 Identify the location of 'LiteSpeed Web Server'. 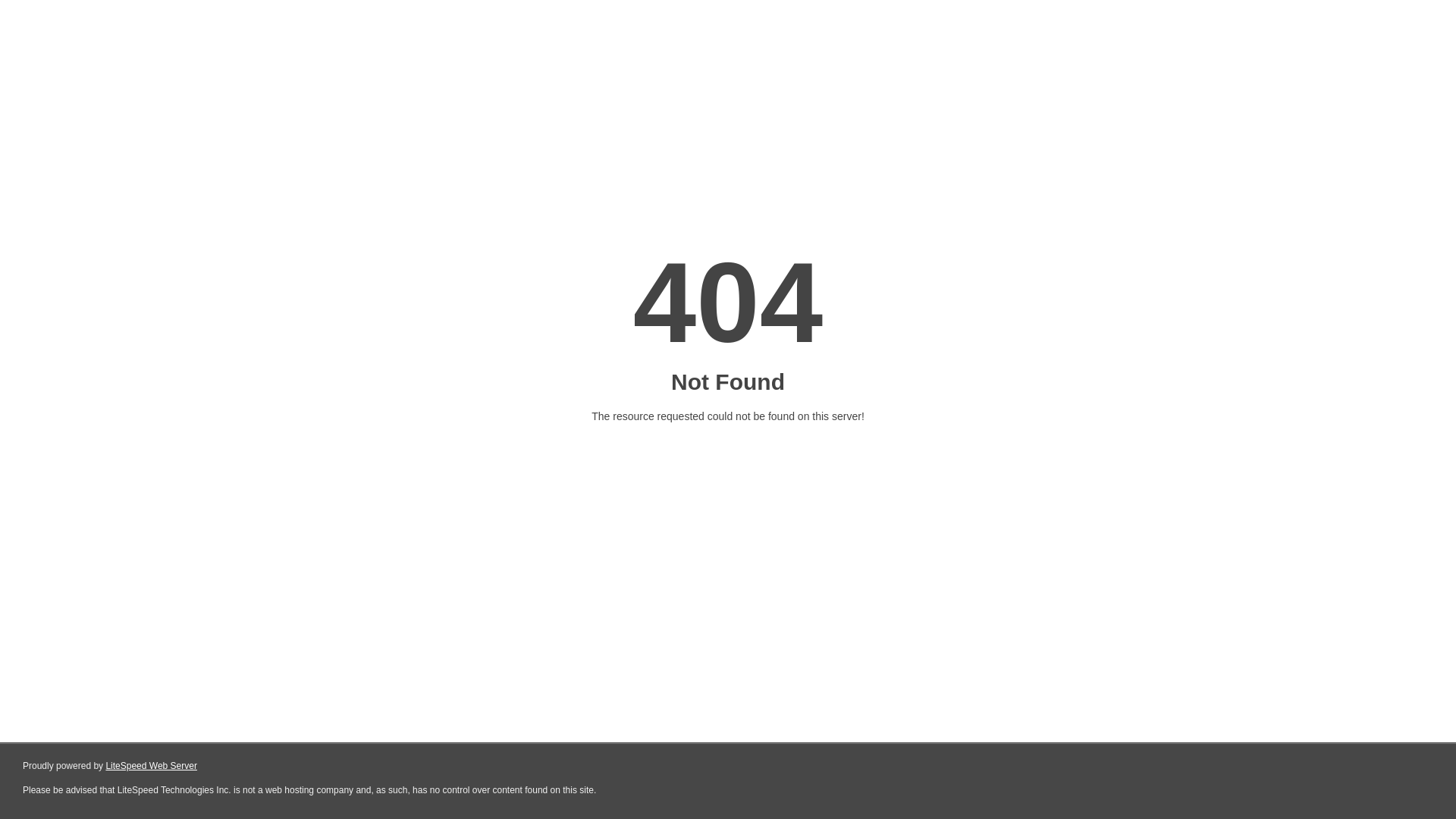
(151, 766).